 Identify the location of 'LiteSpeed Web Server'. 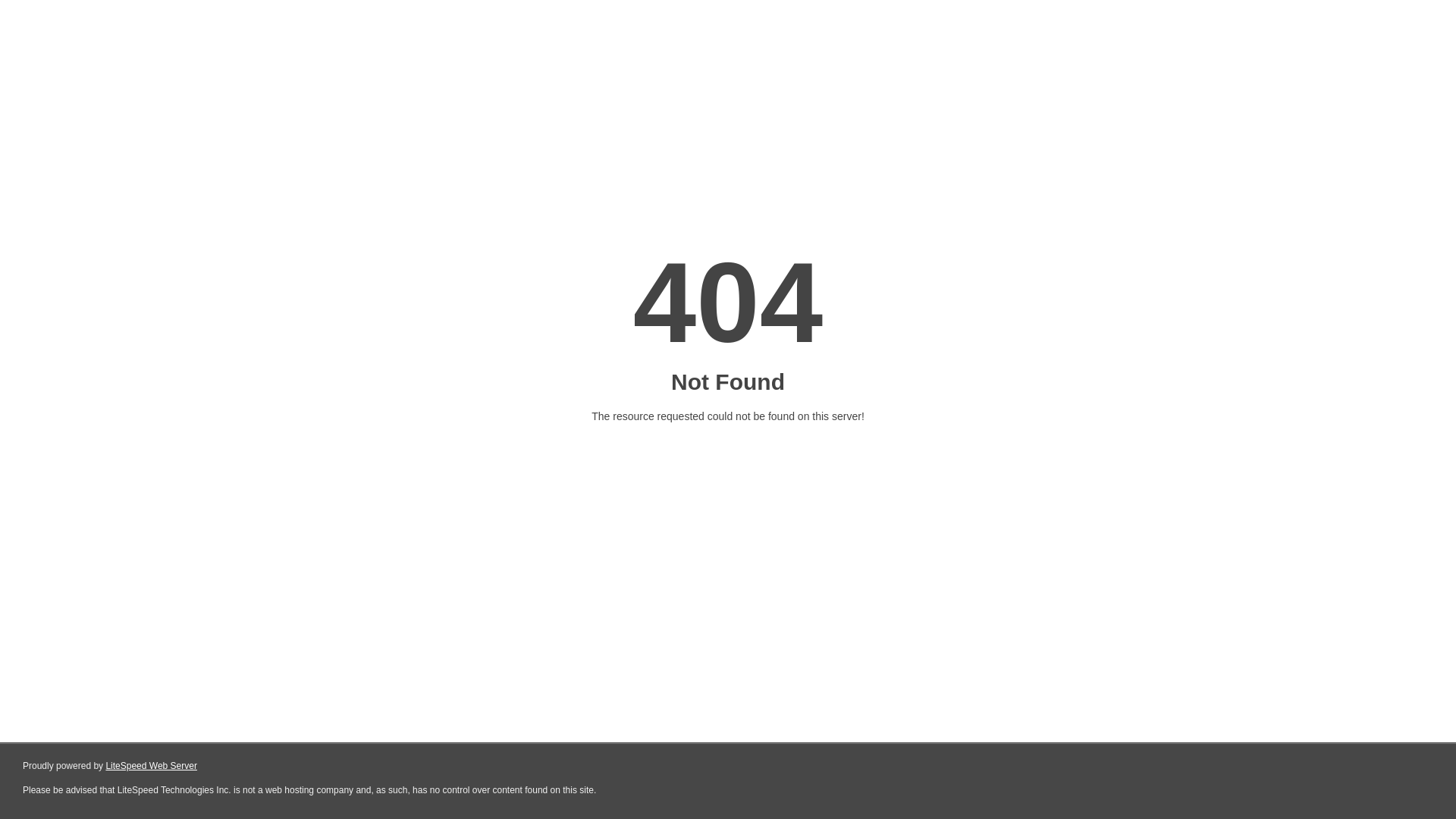
(151, 766).